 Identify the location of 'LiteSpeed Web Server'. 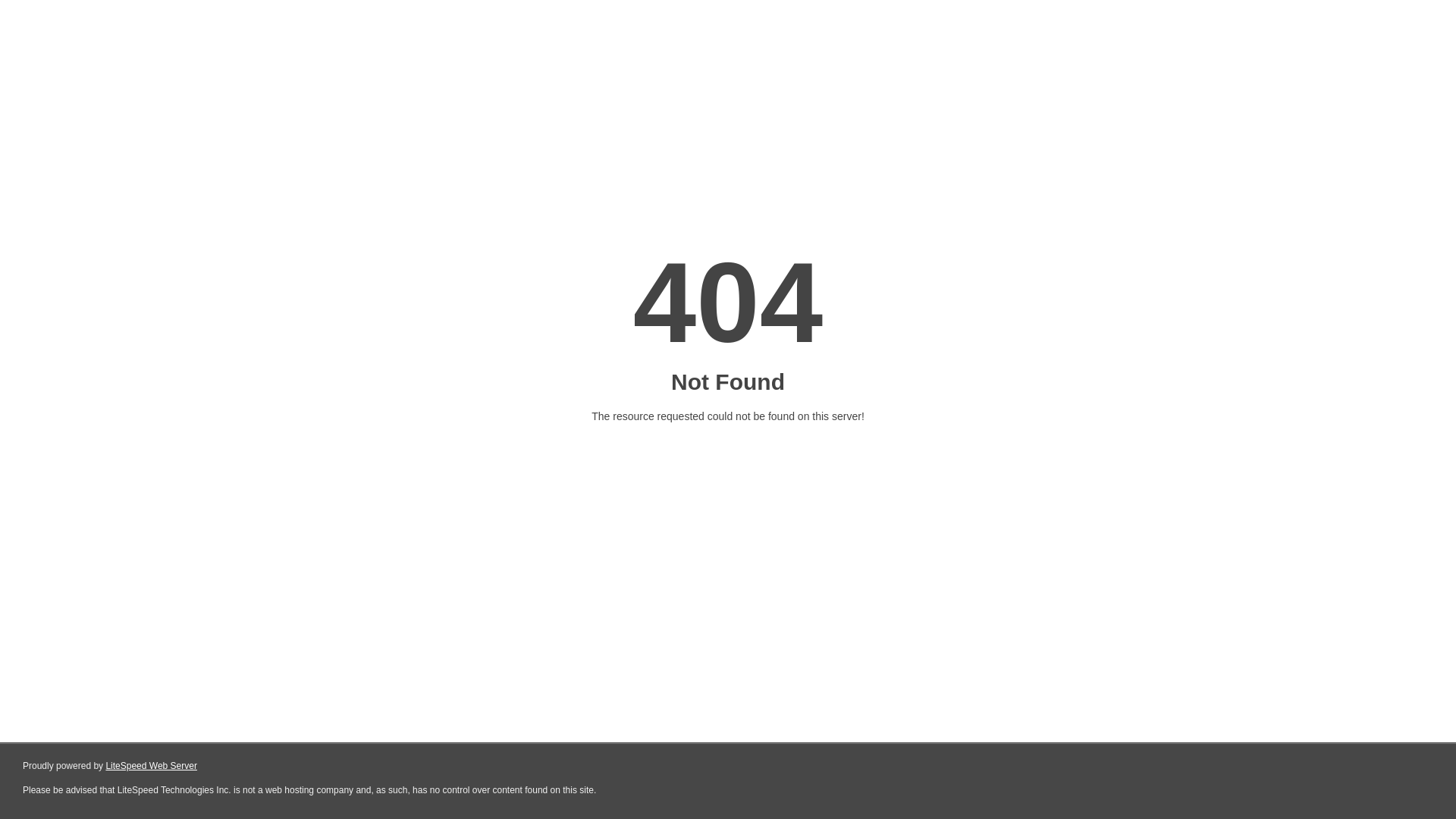
(151, 766).